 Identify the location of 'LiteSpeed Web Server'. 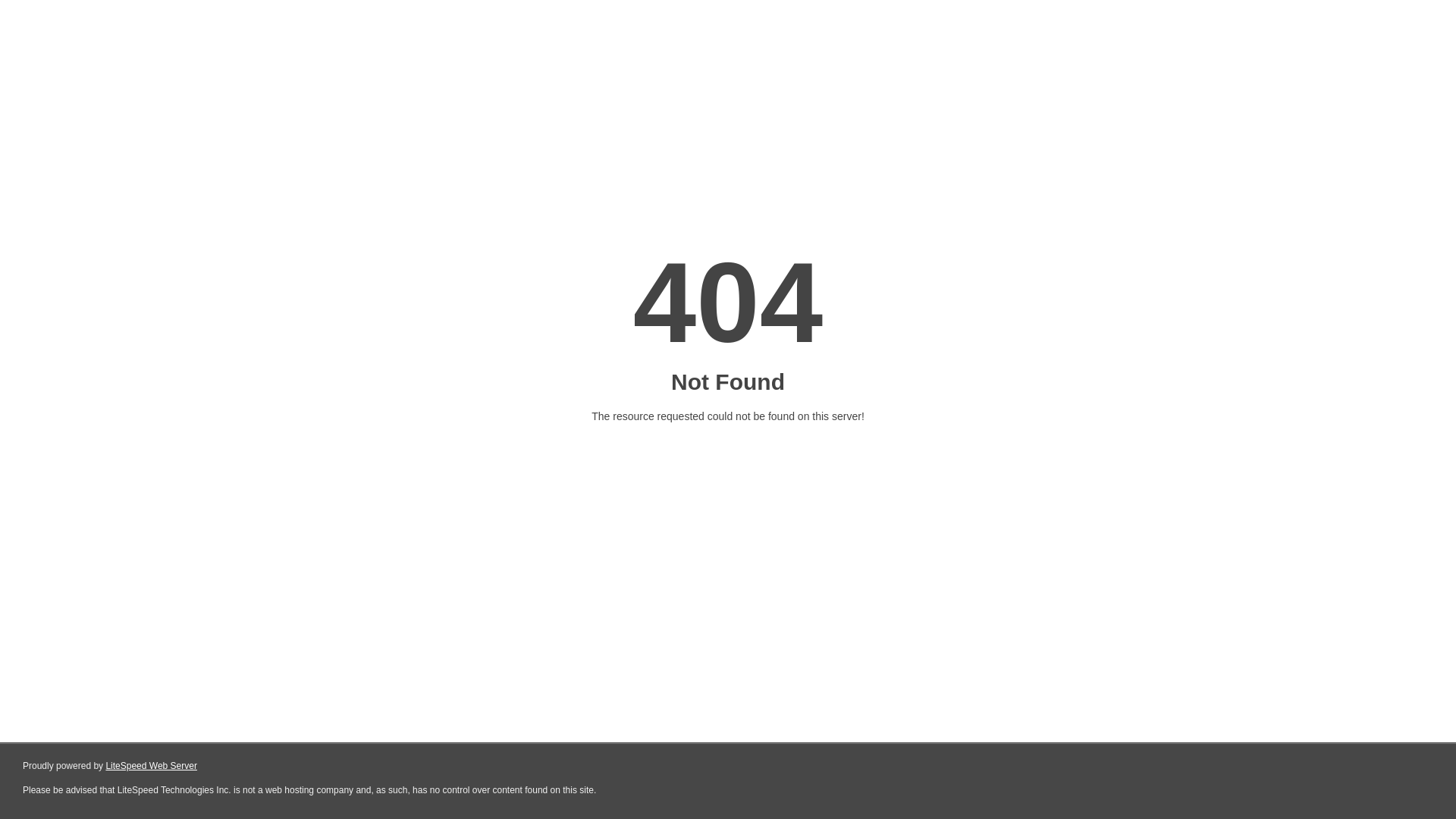
(151, 766).